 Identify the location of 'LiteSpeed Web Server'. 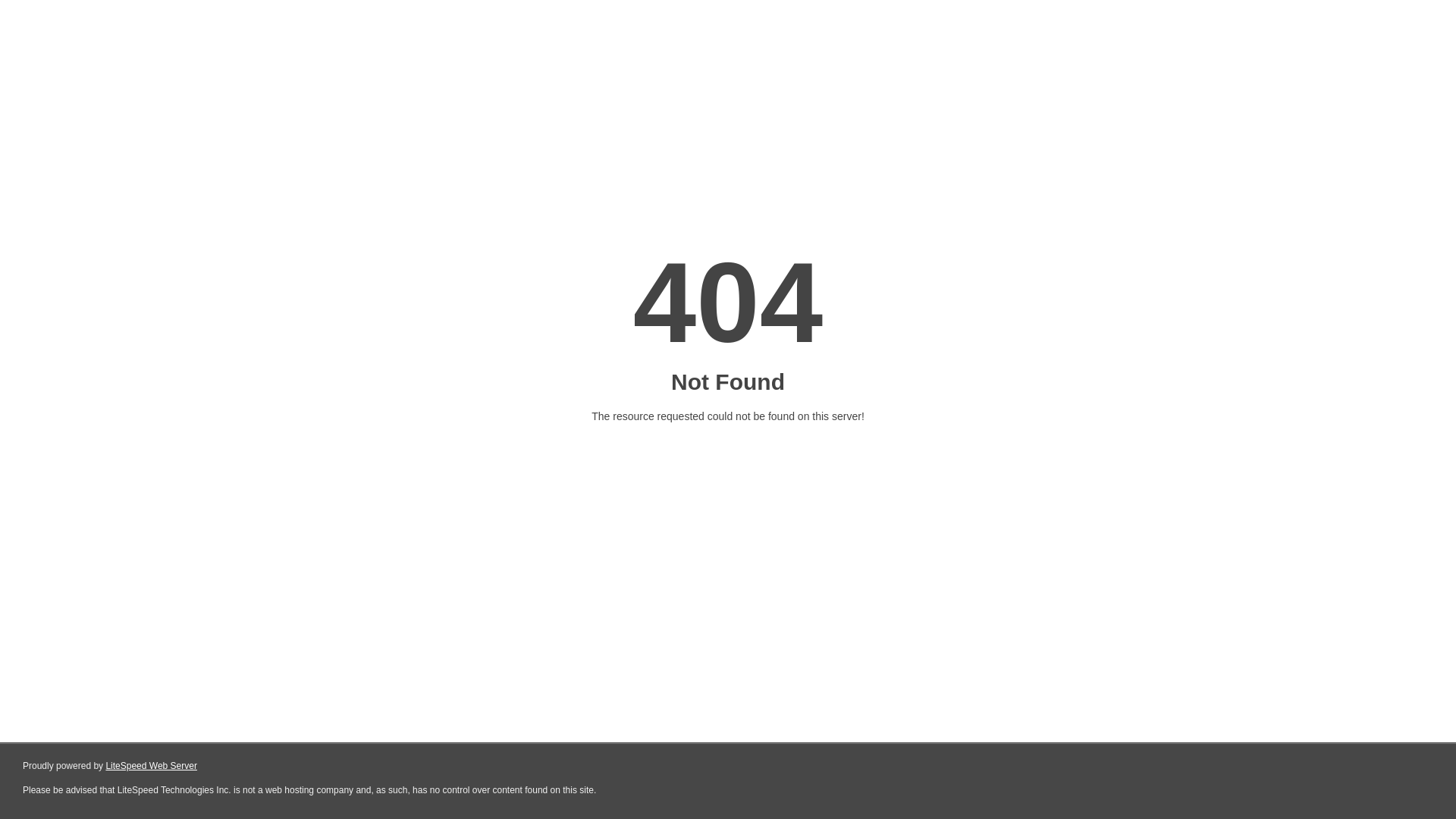
(151, 766).